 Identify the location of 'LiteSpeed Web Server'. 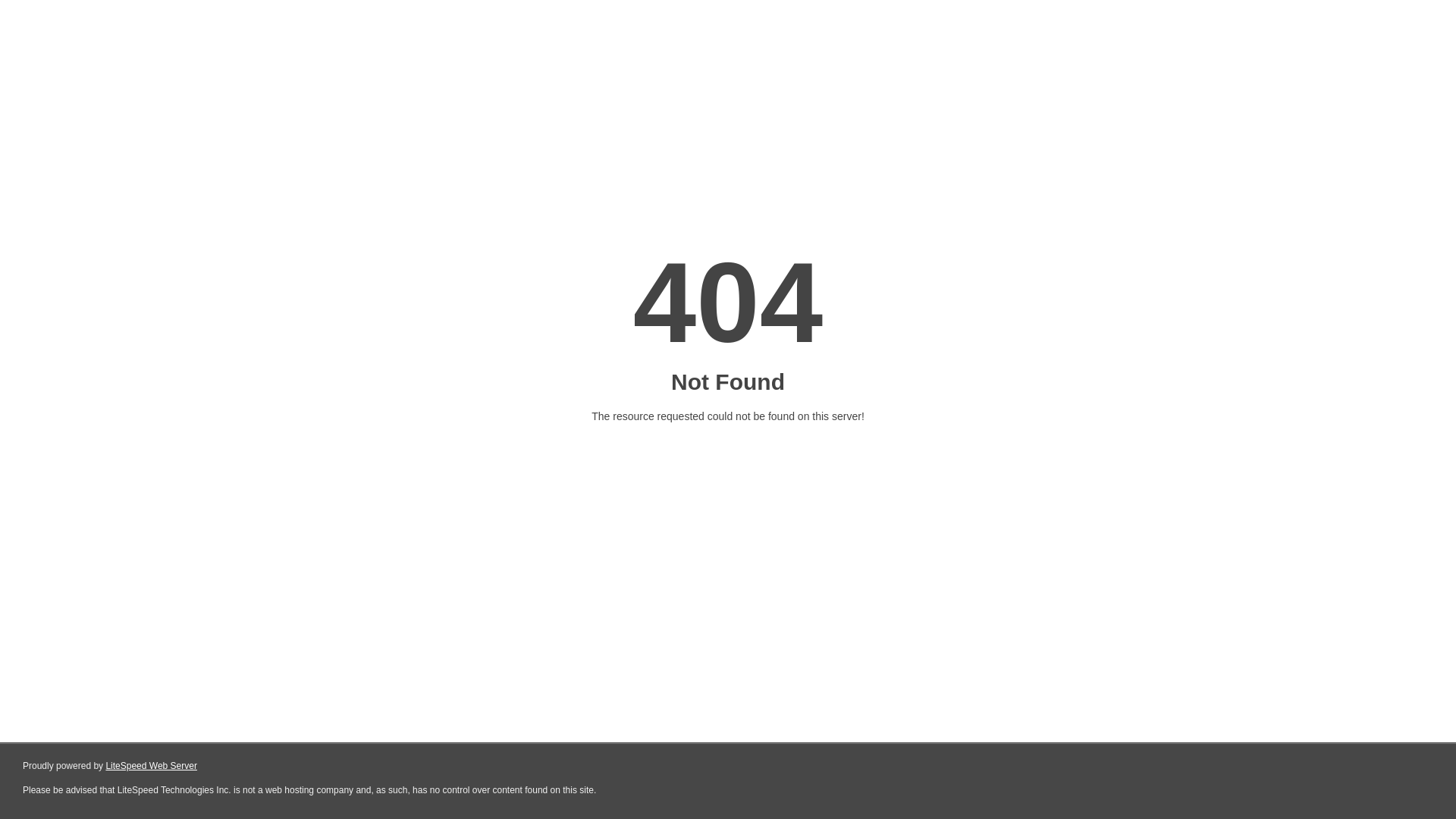
(151, 766).